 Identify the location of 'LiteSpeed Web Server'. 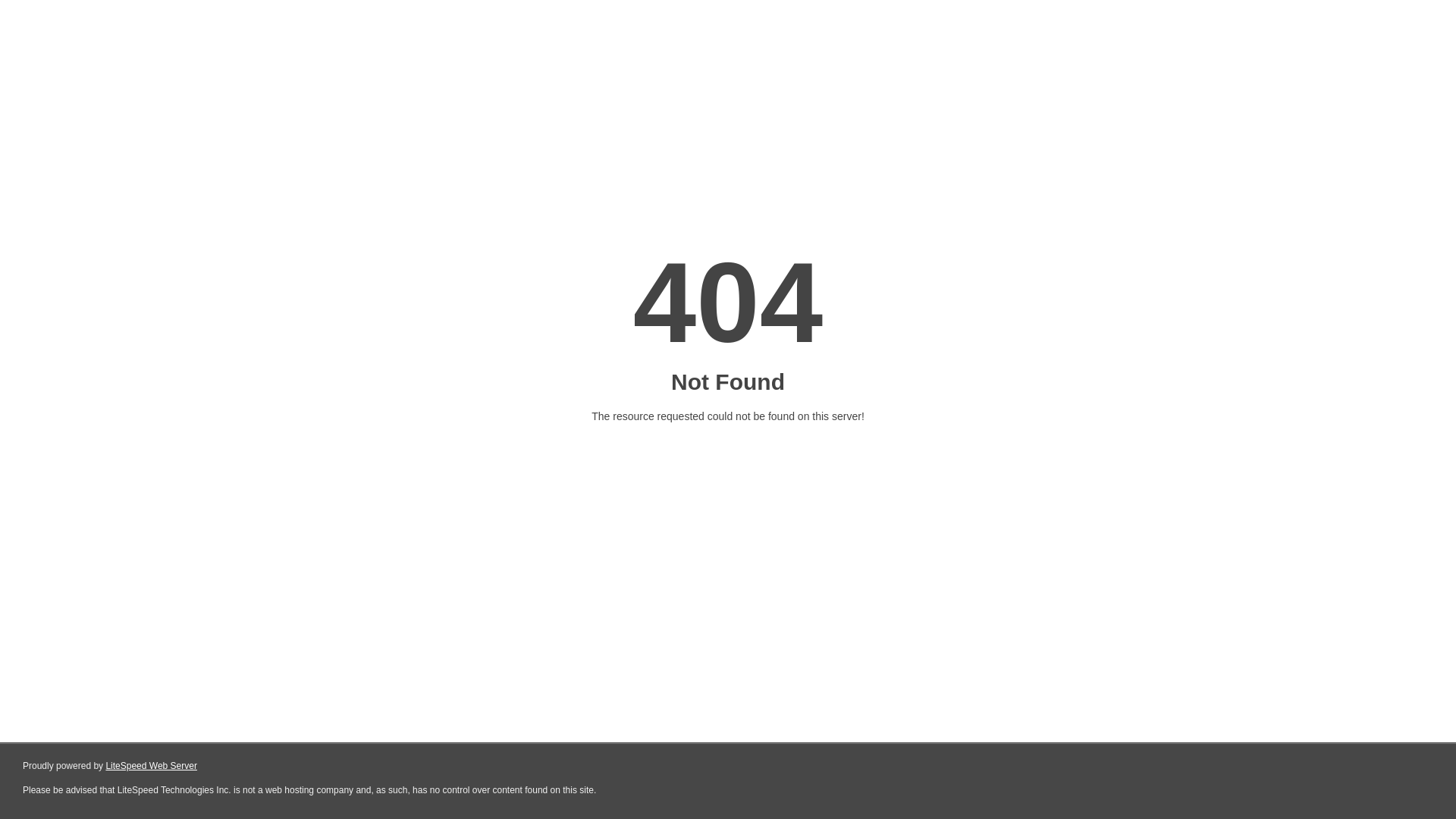
(151, 766).